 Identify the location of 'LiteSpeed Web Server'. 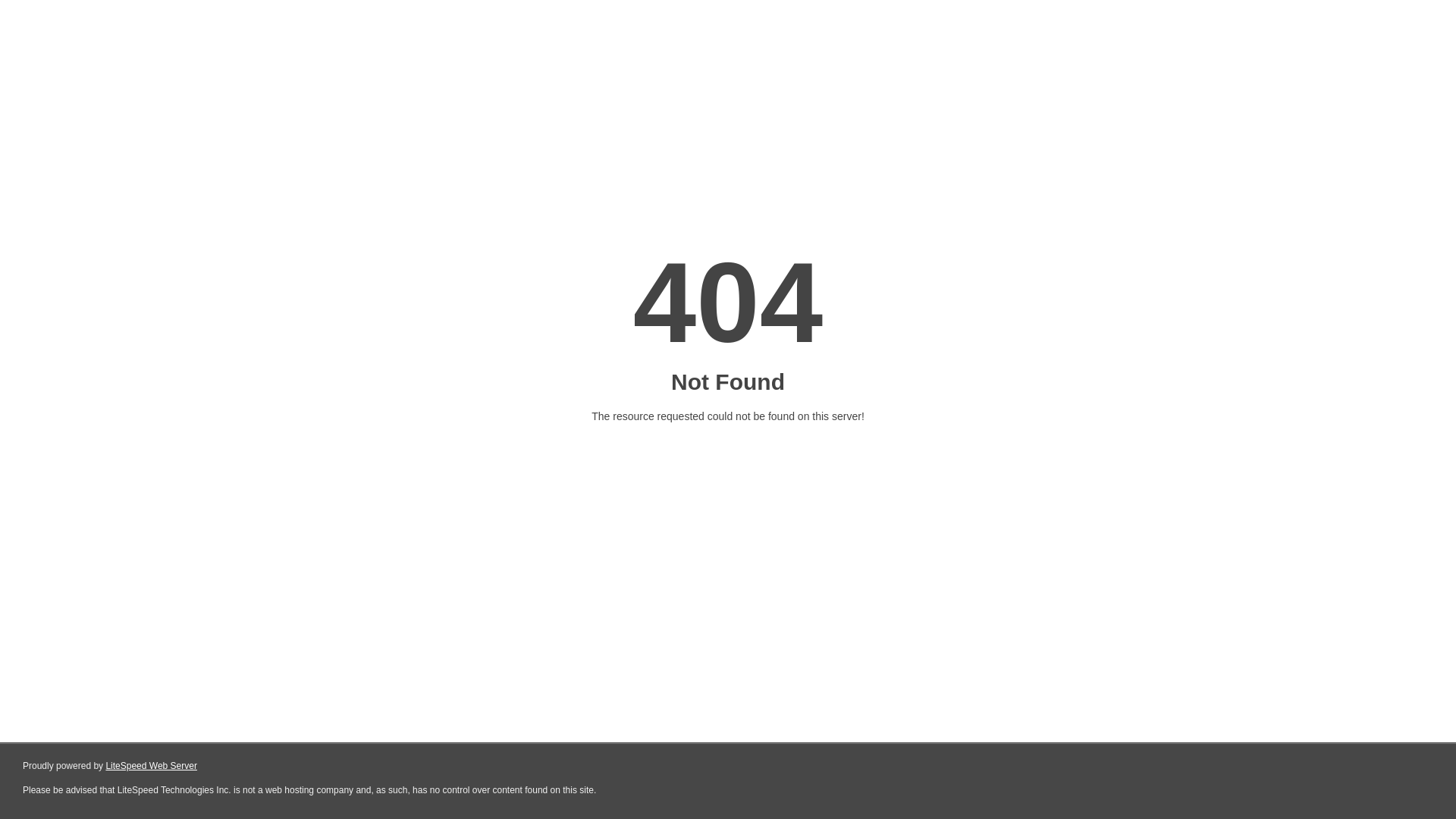
(151, 766).